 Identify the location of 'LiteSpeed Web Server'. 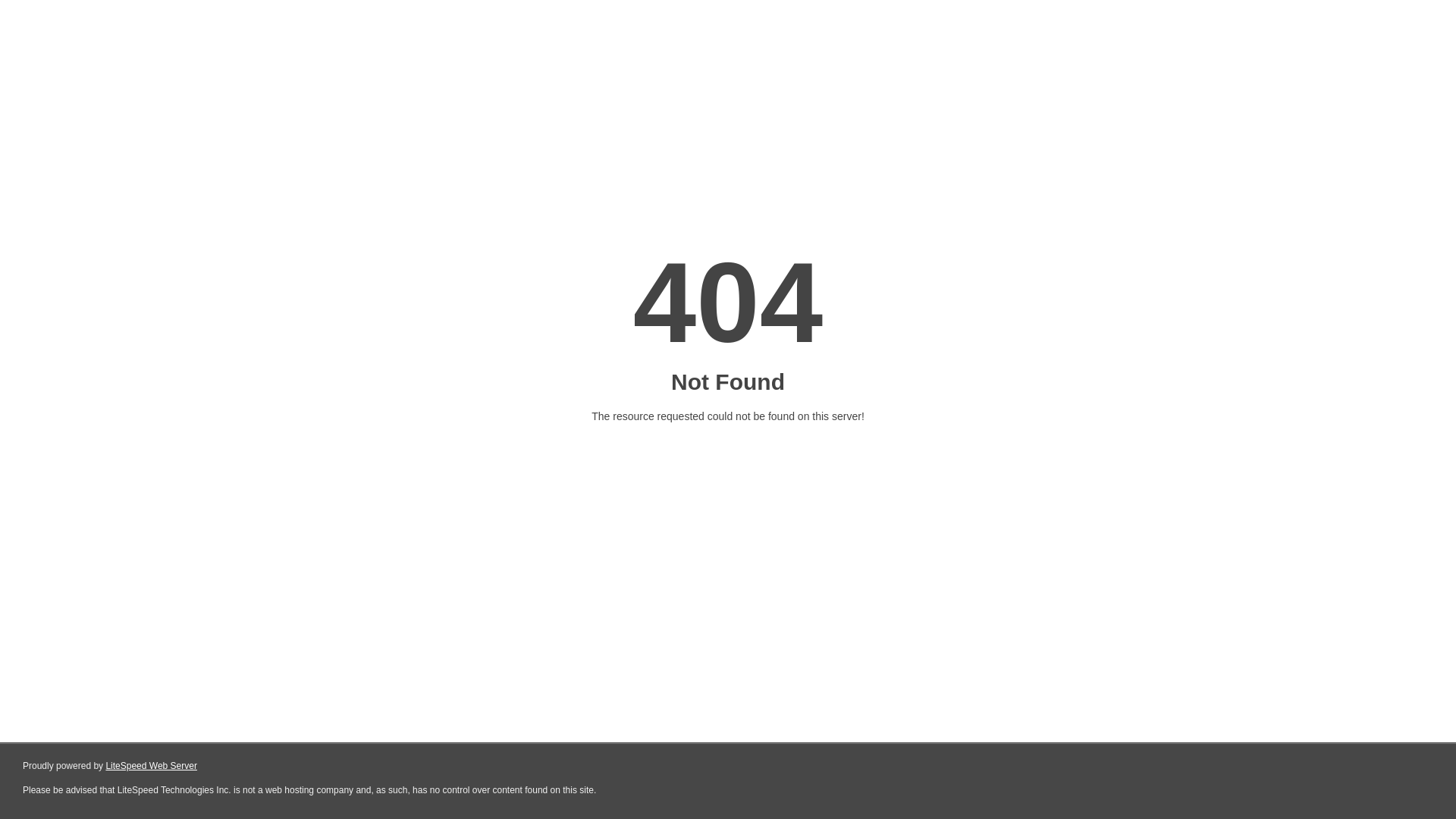
(151, 766).